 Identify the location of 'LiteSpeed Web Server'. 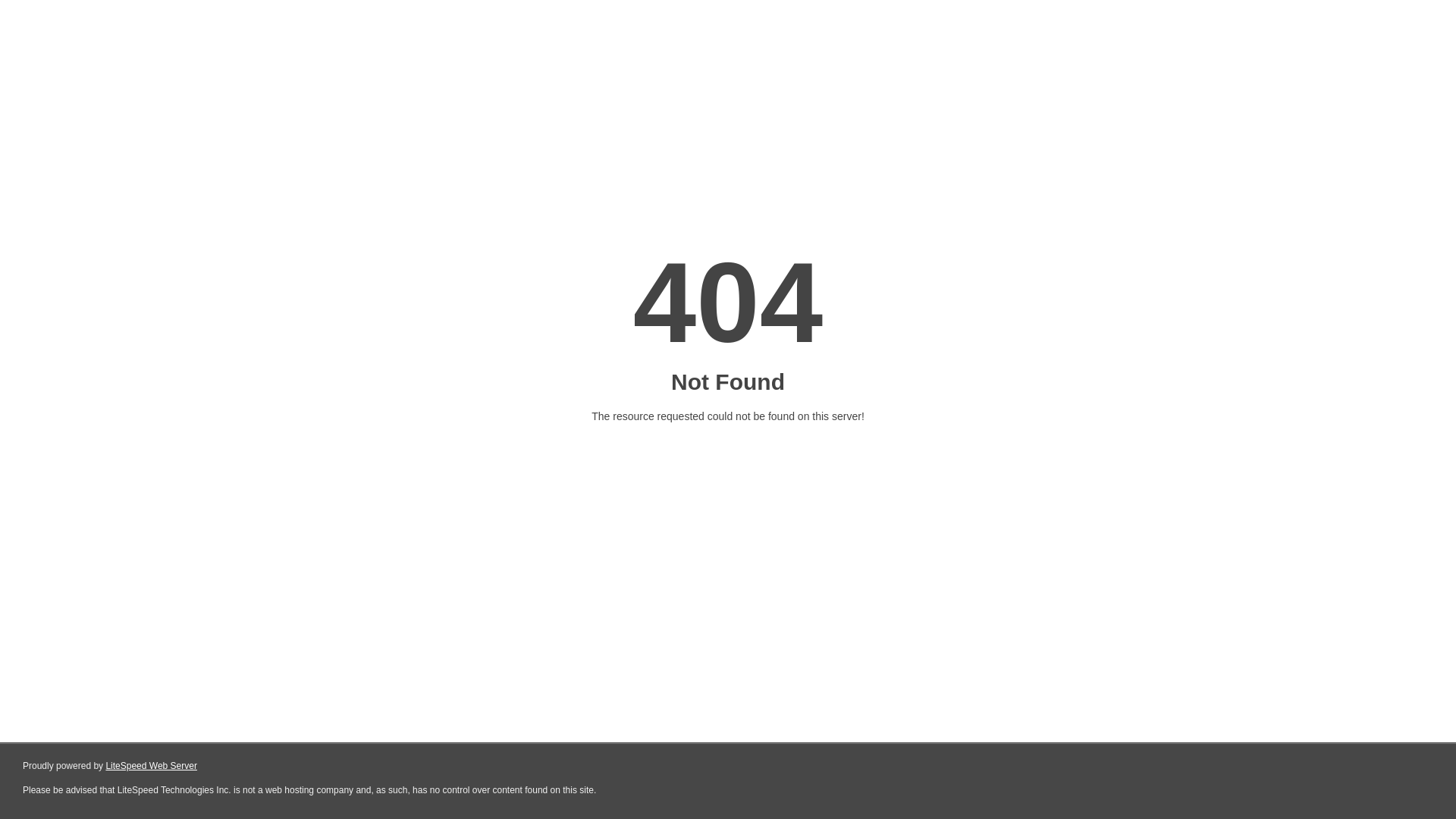
(151, 766).